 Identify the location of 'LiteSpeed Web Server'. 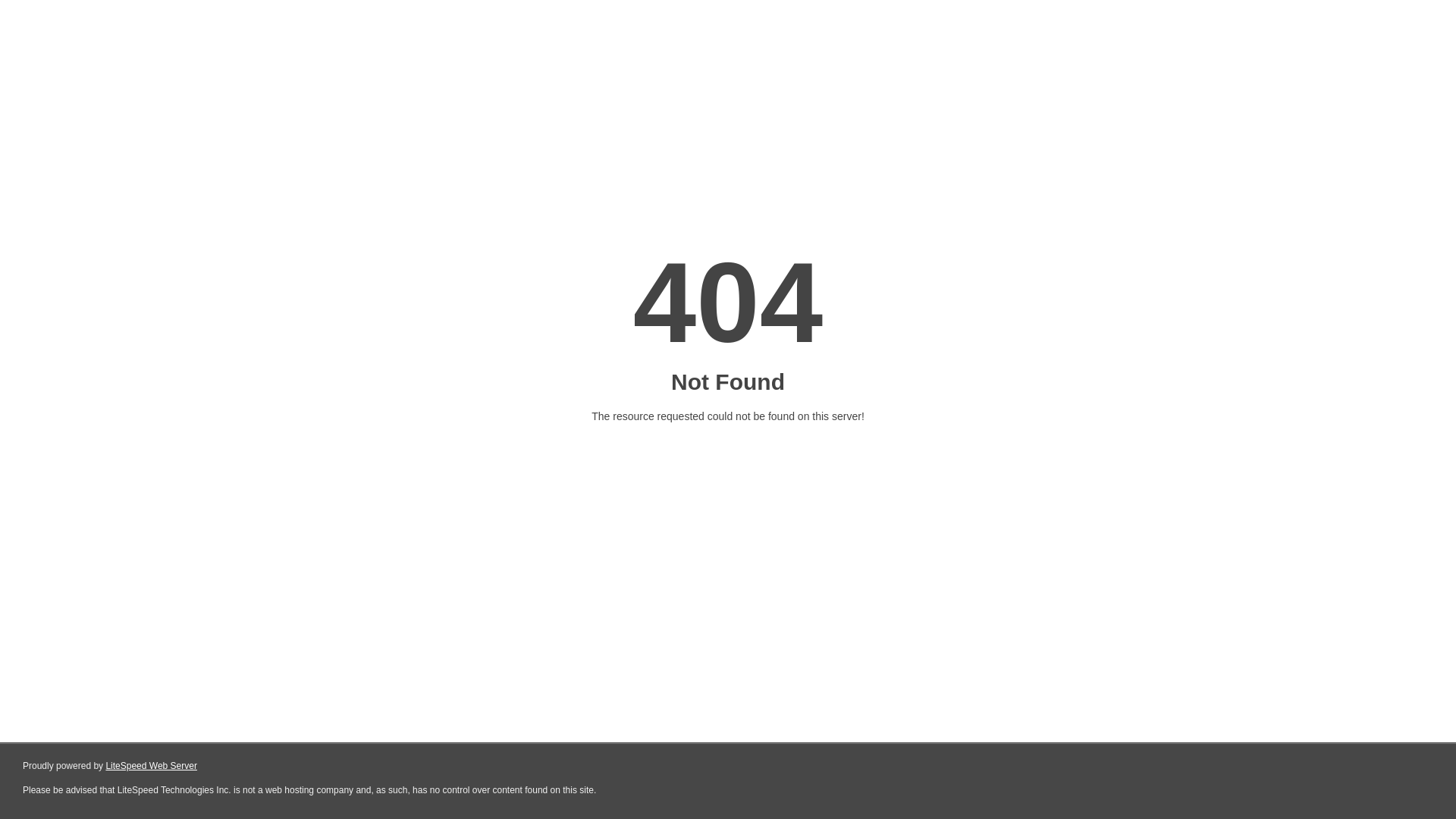
(151, 766).